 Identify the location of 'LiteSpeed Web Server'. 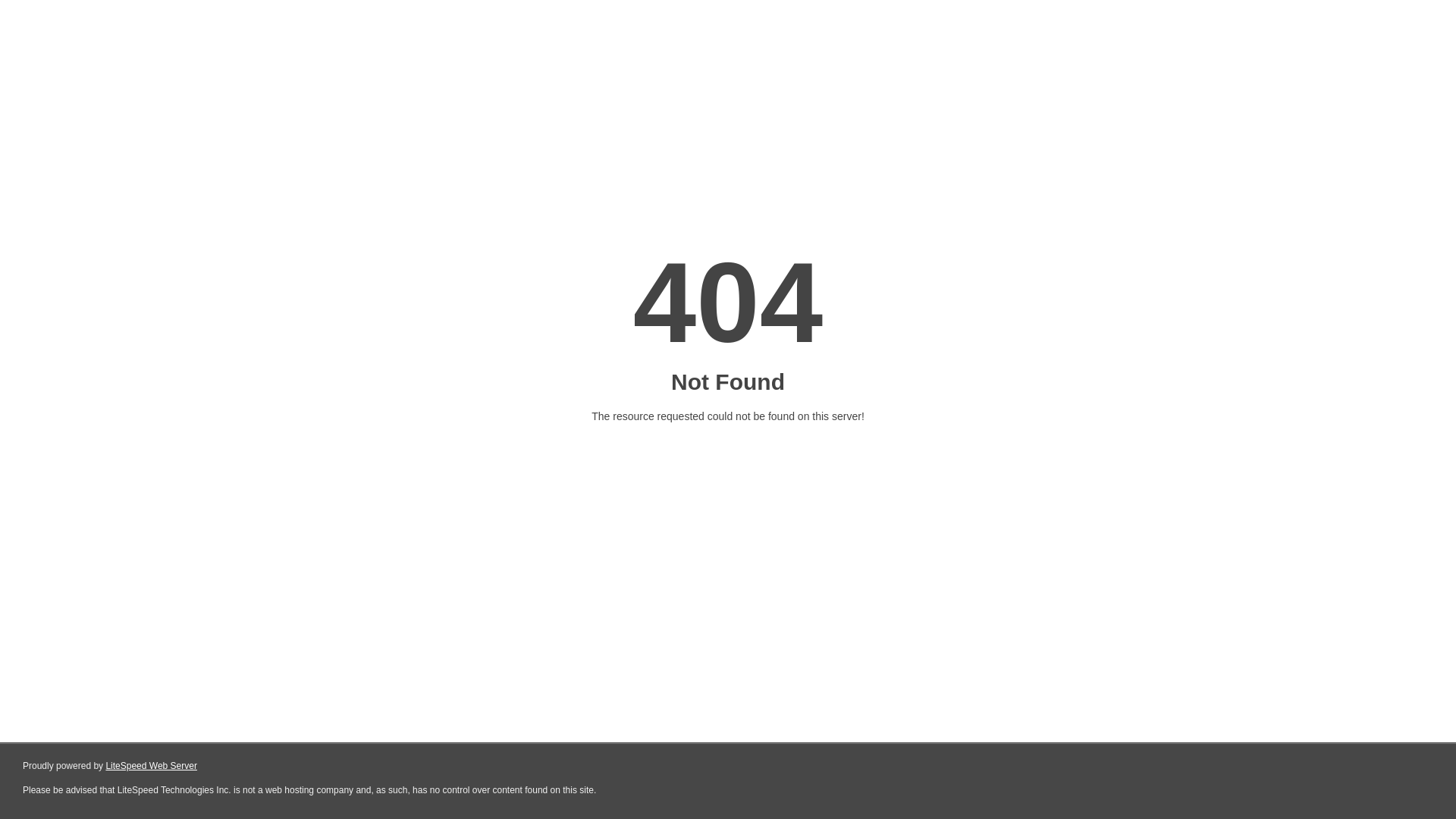
(151, 766).